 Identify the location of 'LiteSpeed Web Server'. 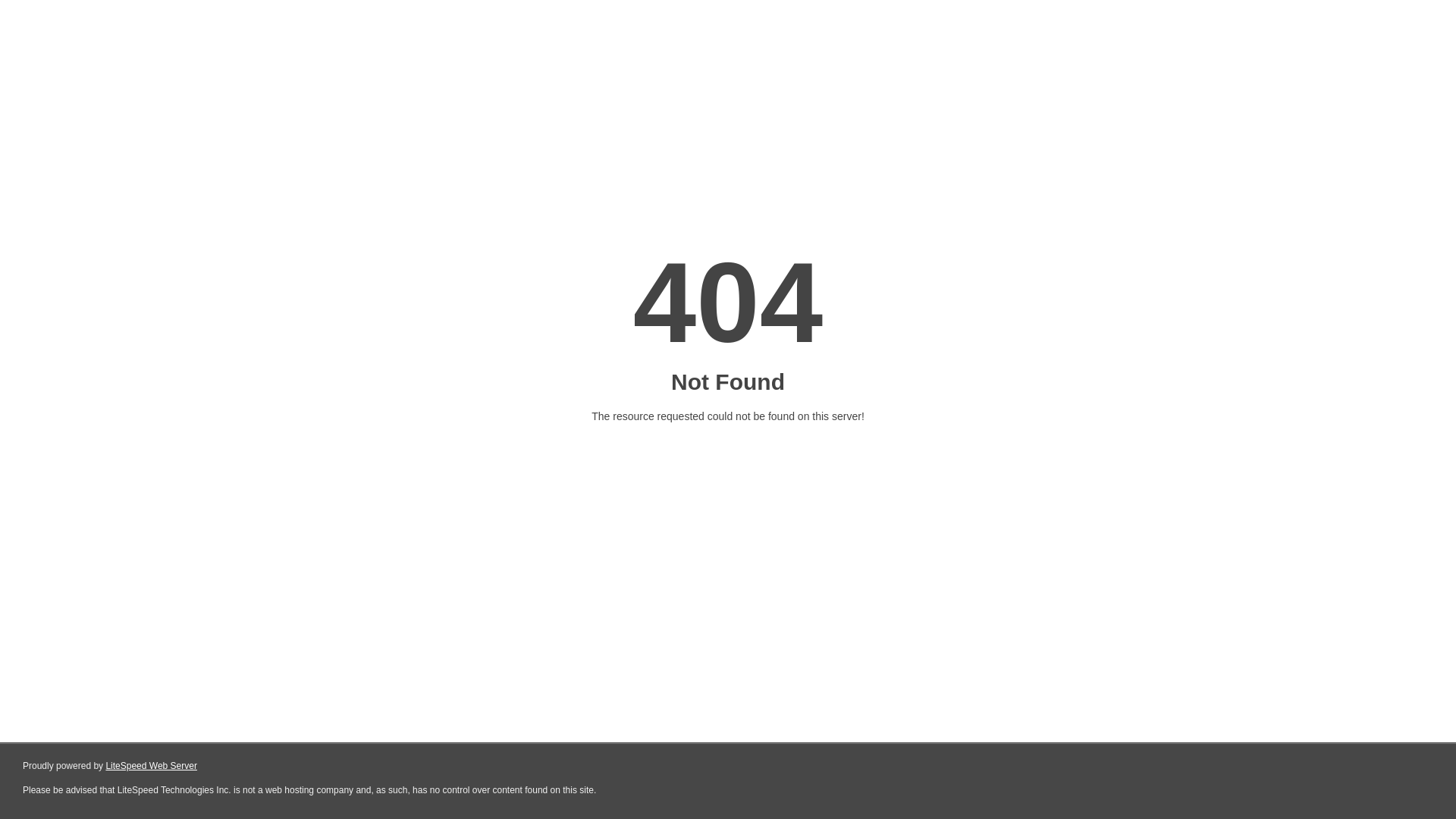
(151, 766).